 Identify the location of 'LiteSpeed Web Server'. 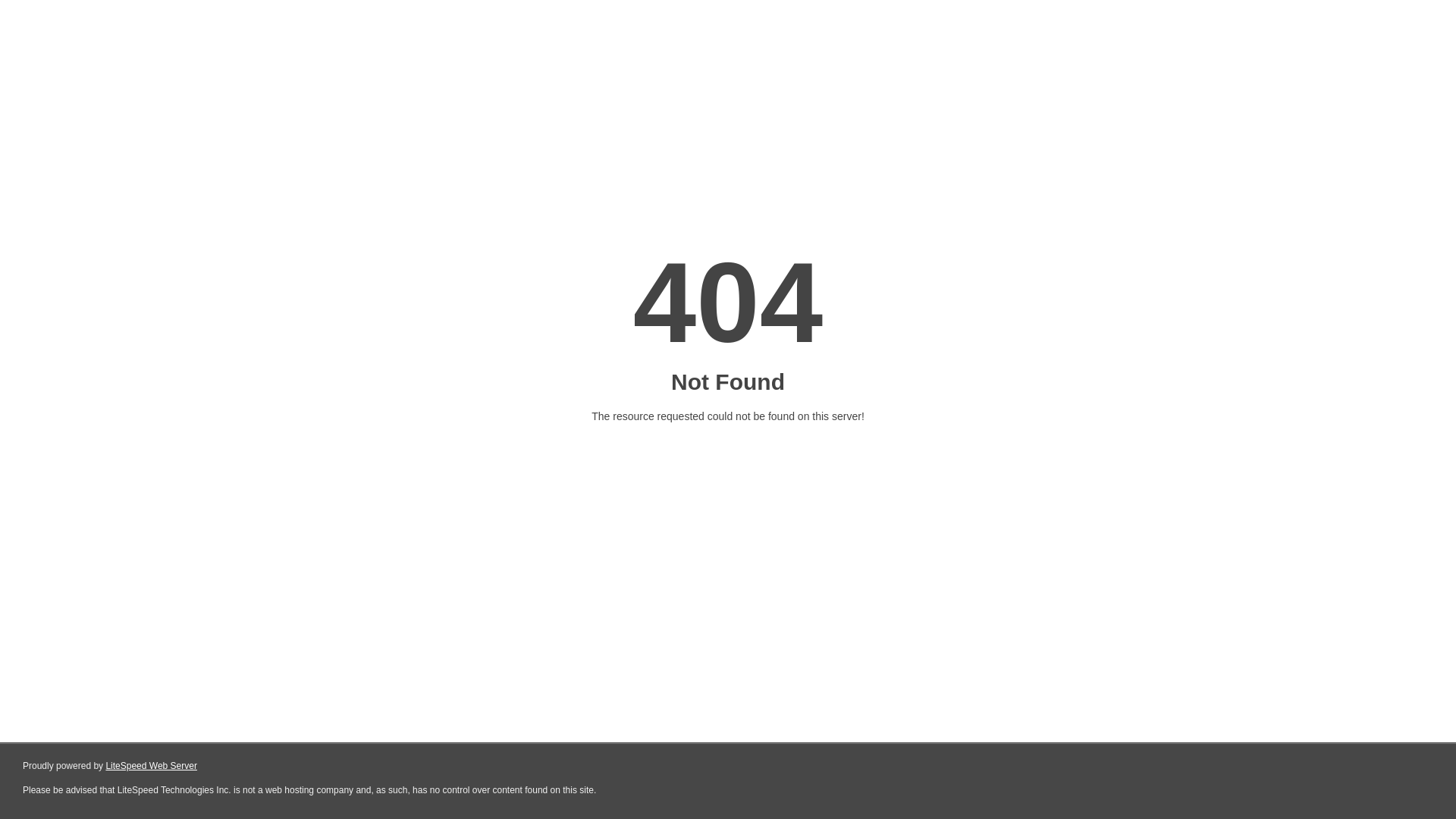
(151, 766).